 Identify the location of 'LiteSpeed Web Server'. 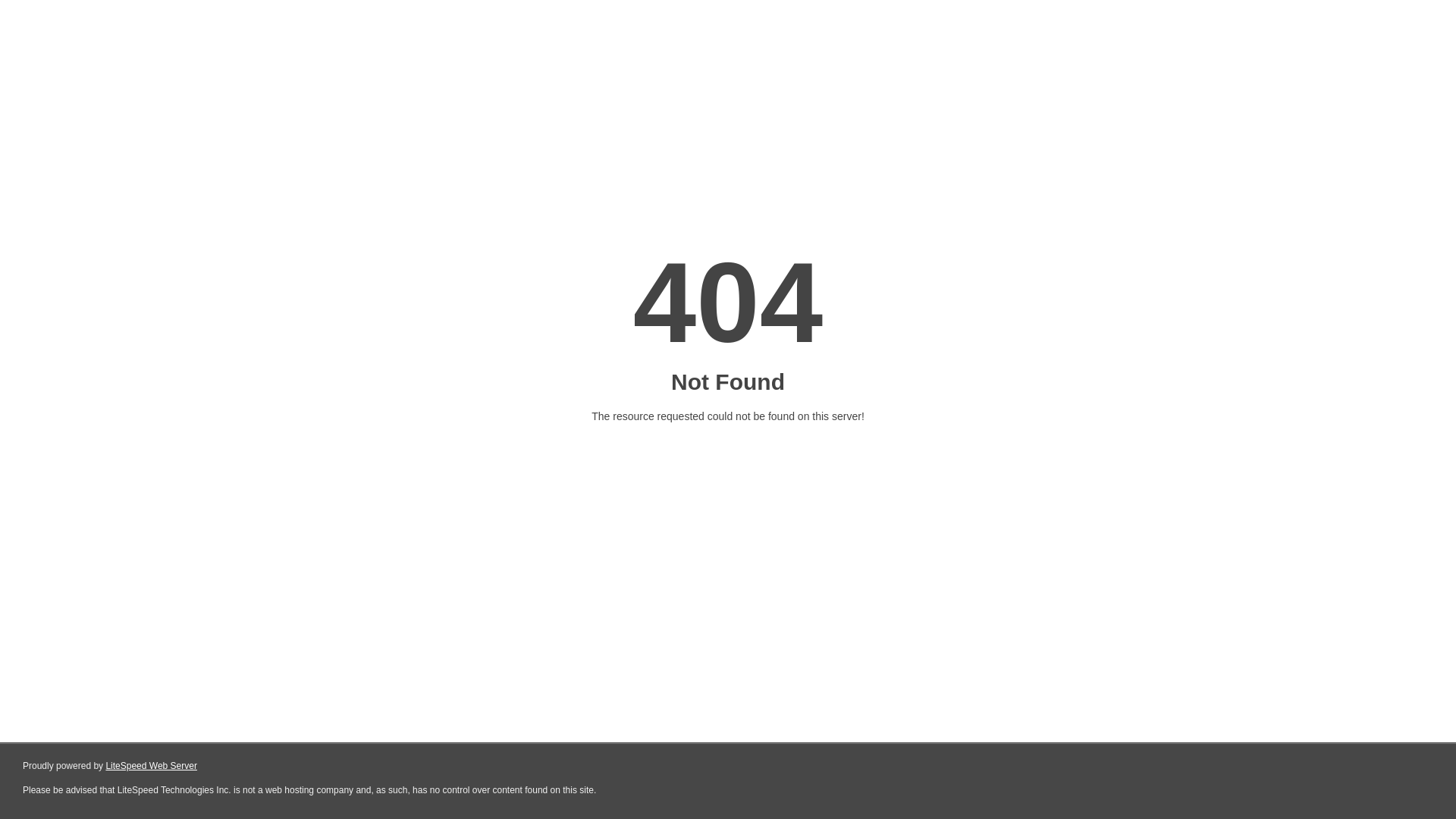
(151, 766).